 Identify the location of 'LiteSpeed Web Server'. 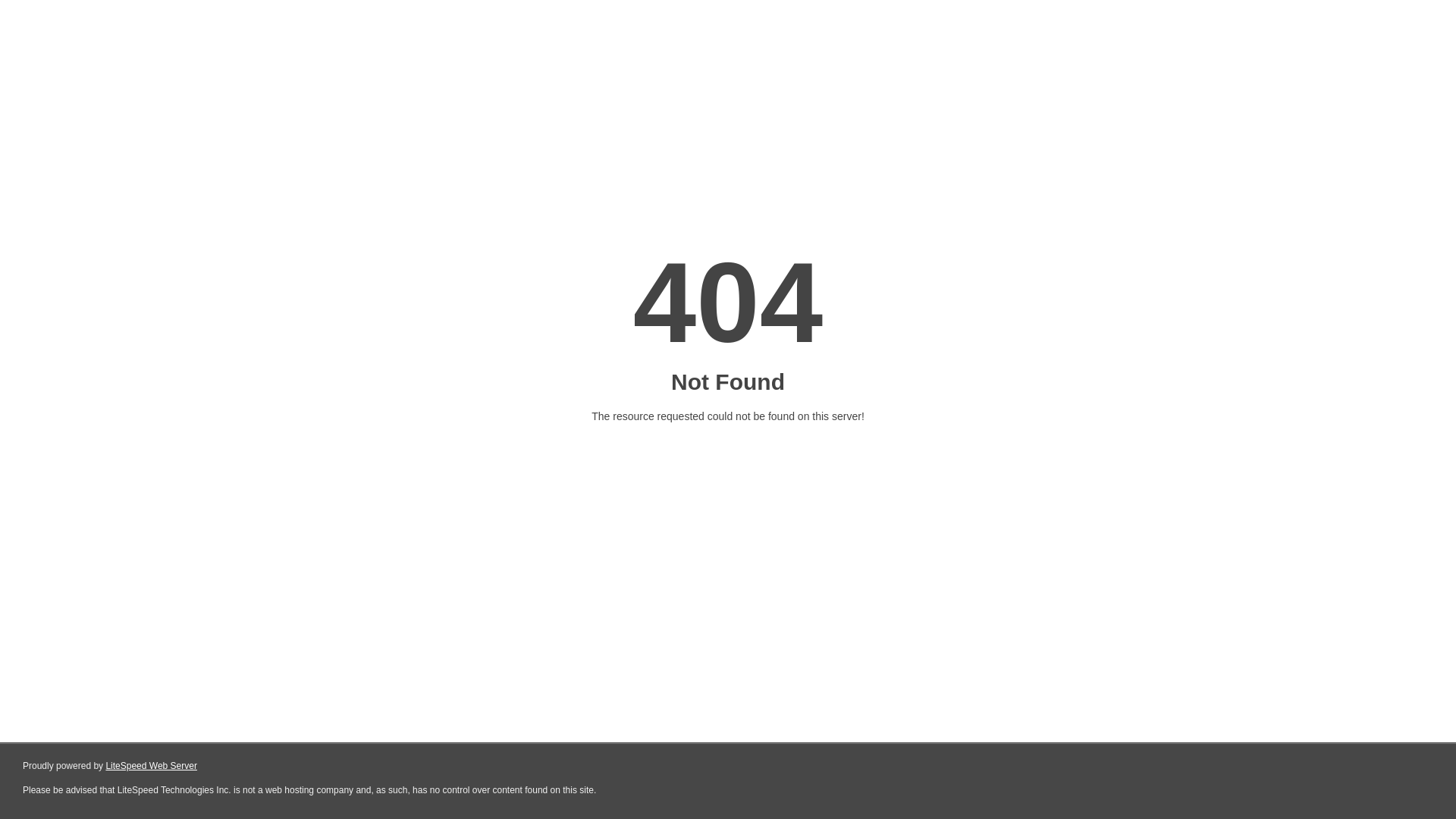
(151, 766).